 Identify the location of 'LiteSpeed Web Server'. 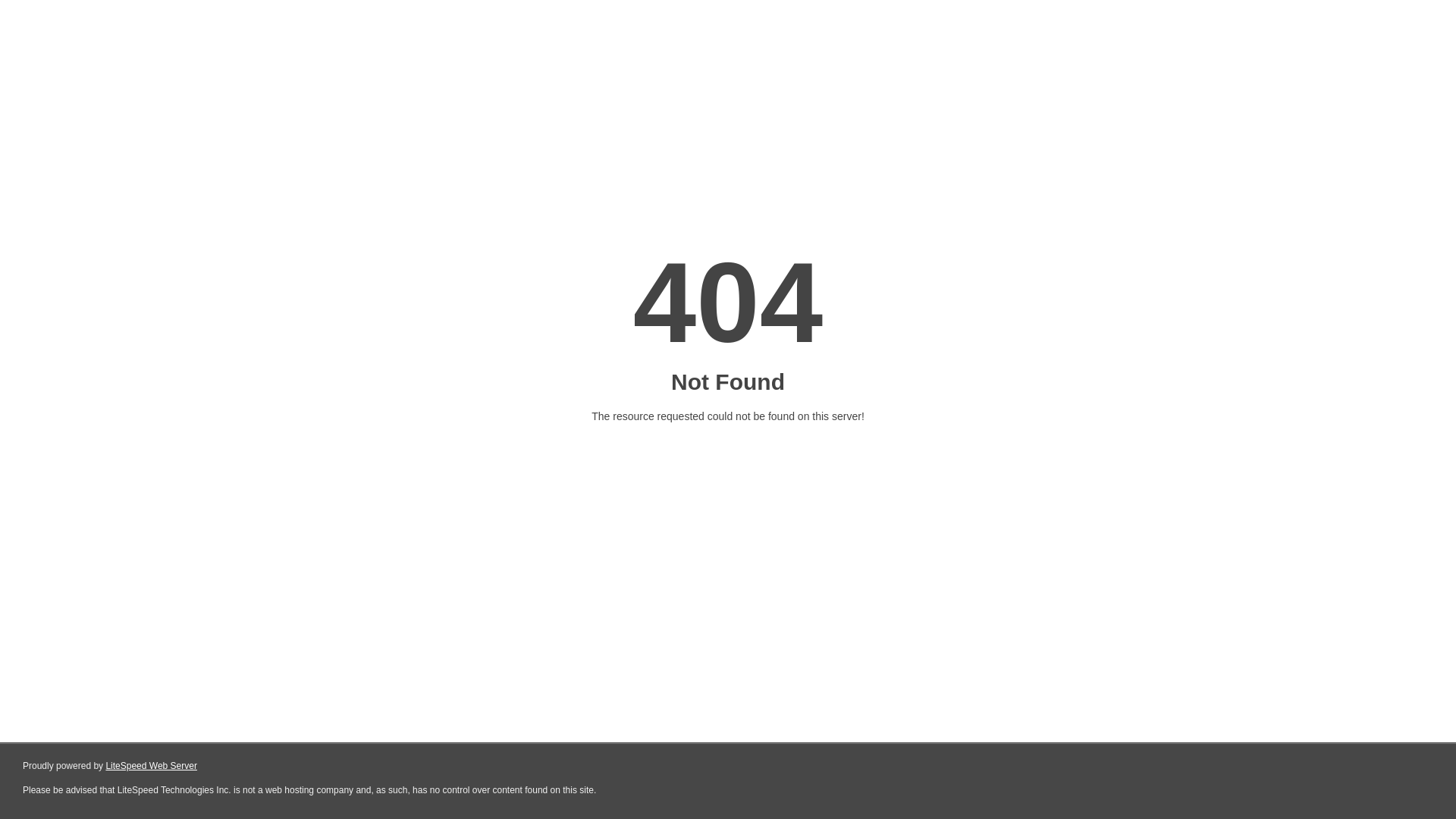
(151, 766).